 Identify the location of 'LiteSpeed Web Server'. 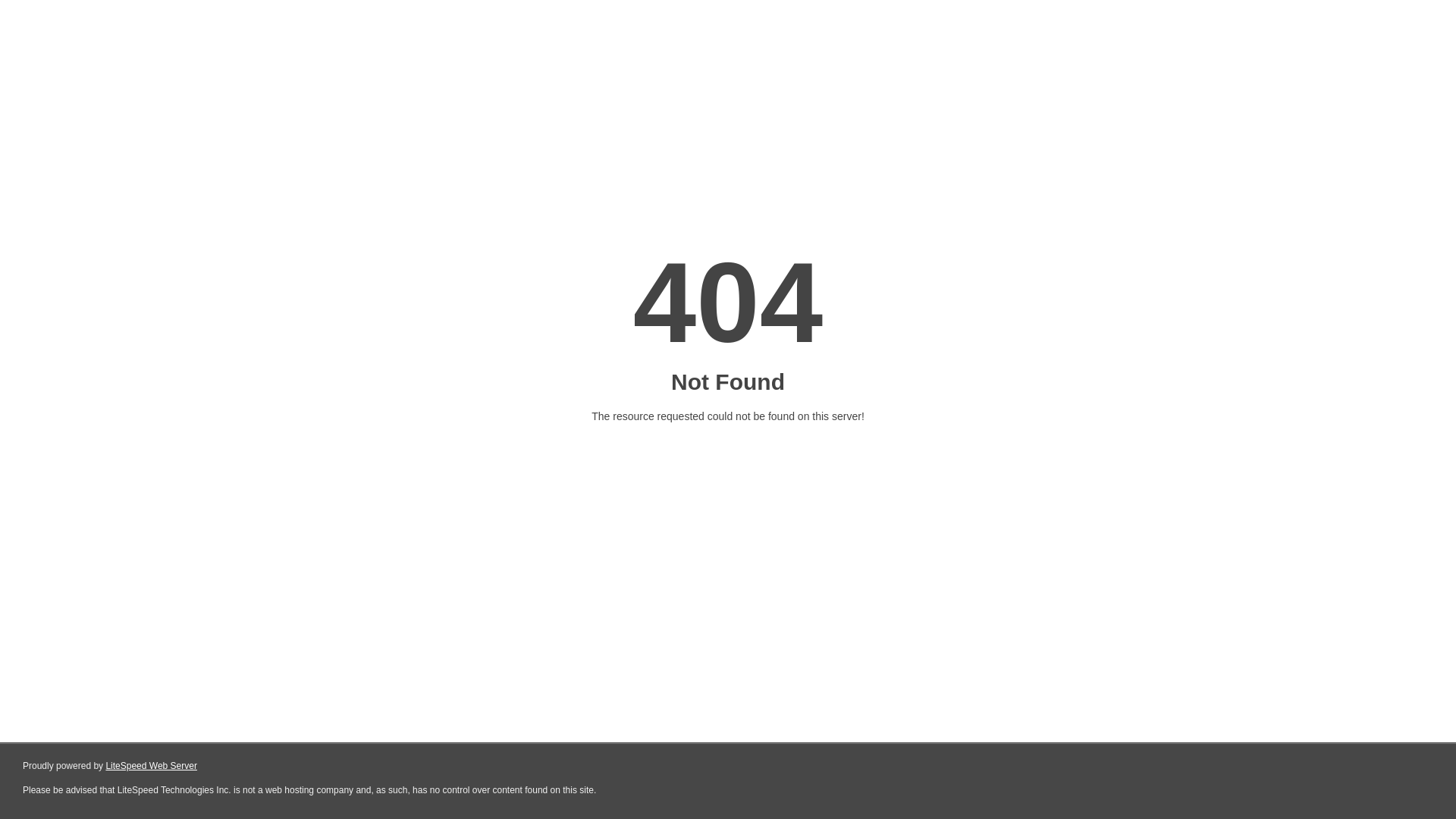
(151, 766).